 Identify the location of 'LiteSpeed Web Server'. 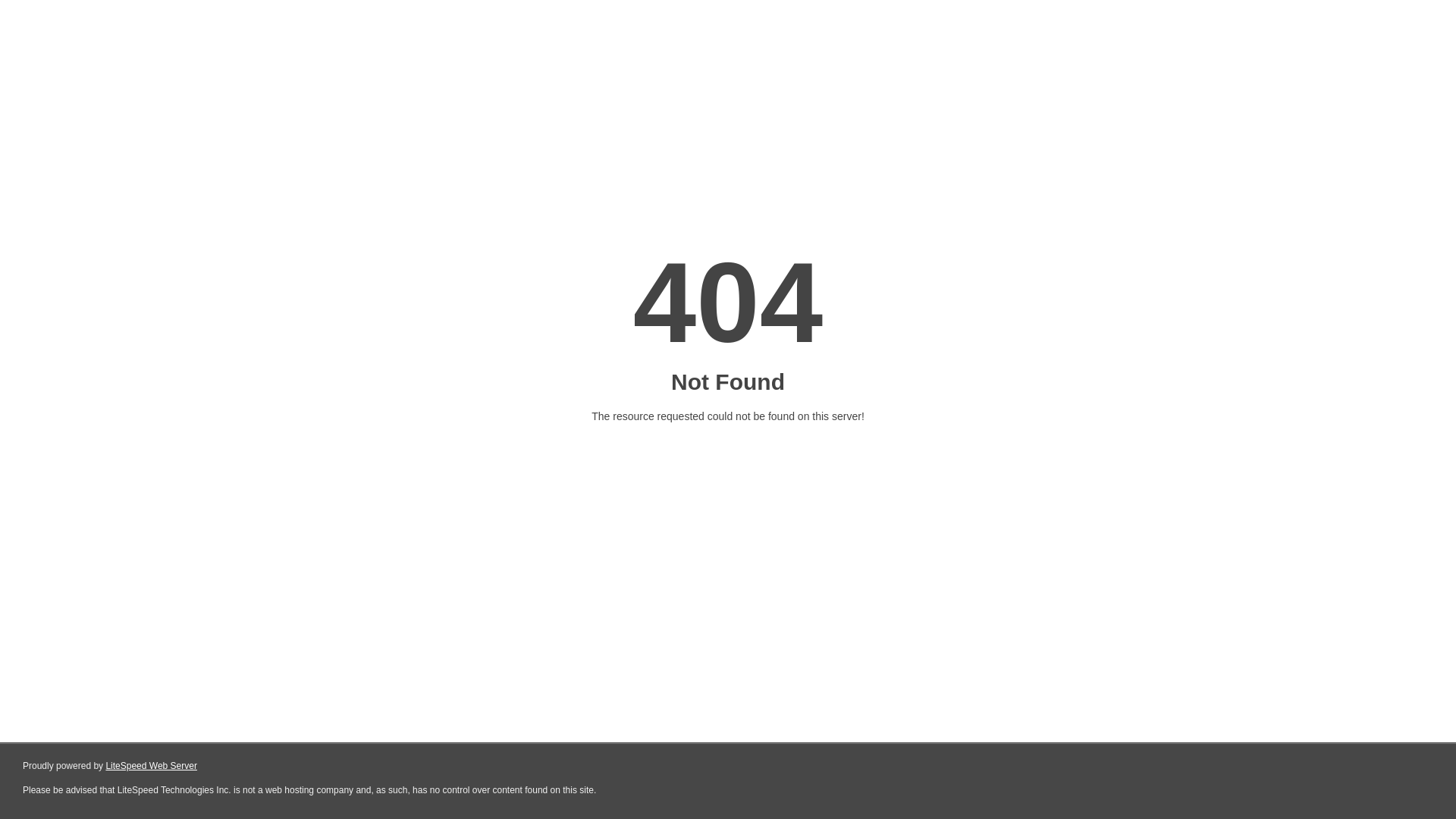
(151, 766).